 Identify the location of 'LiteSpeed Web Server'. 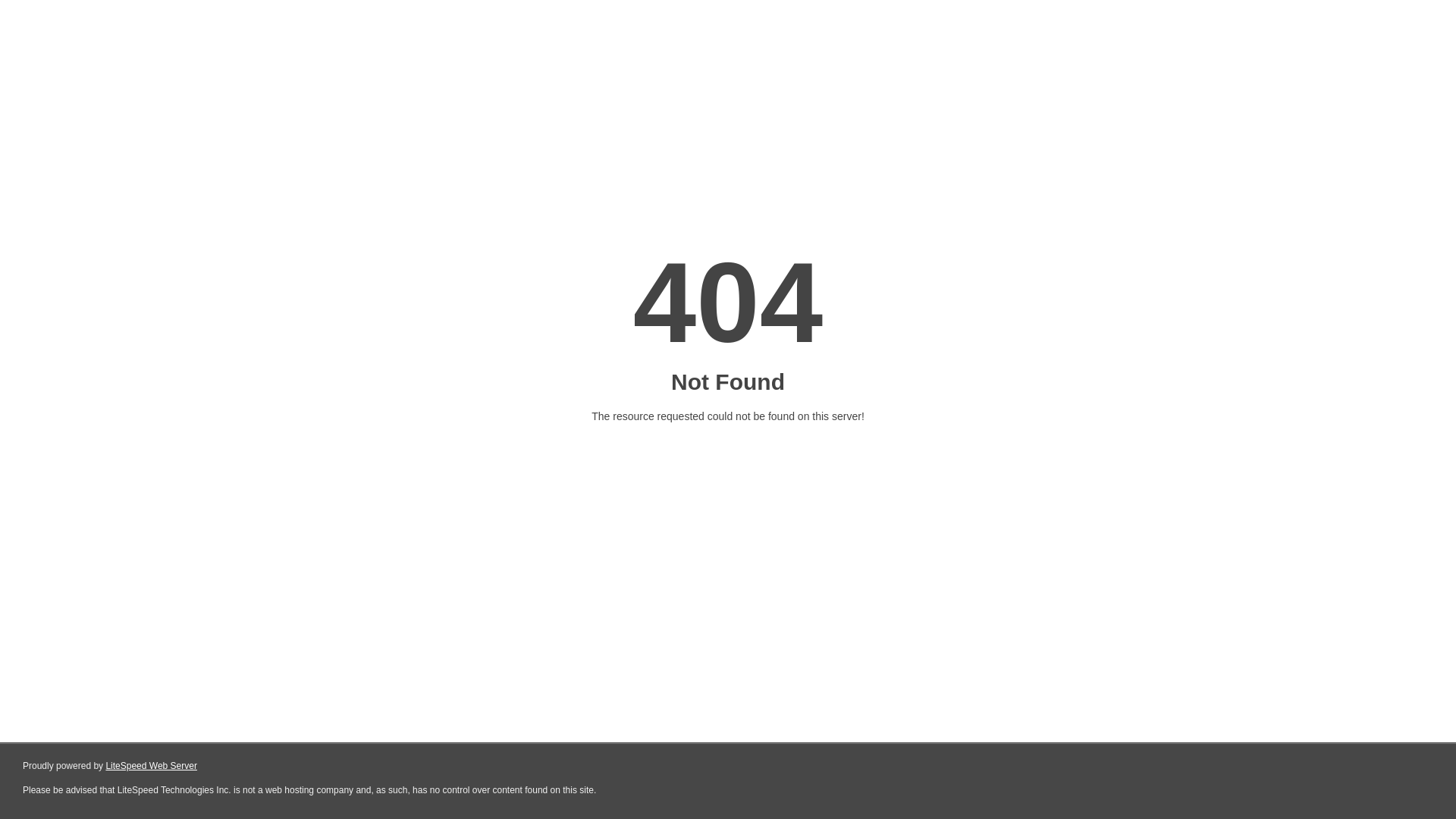
(151, 766).